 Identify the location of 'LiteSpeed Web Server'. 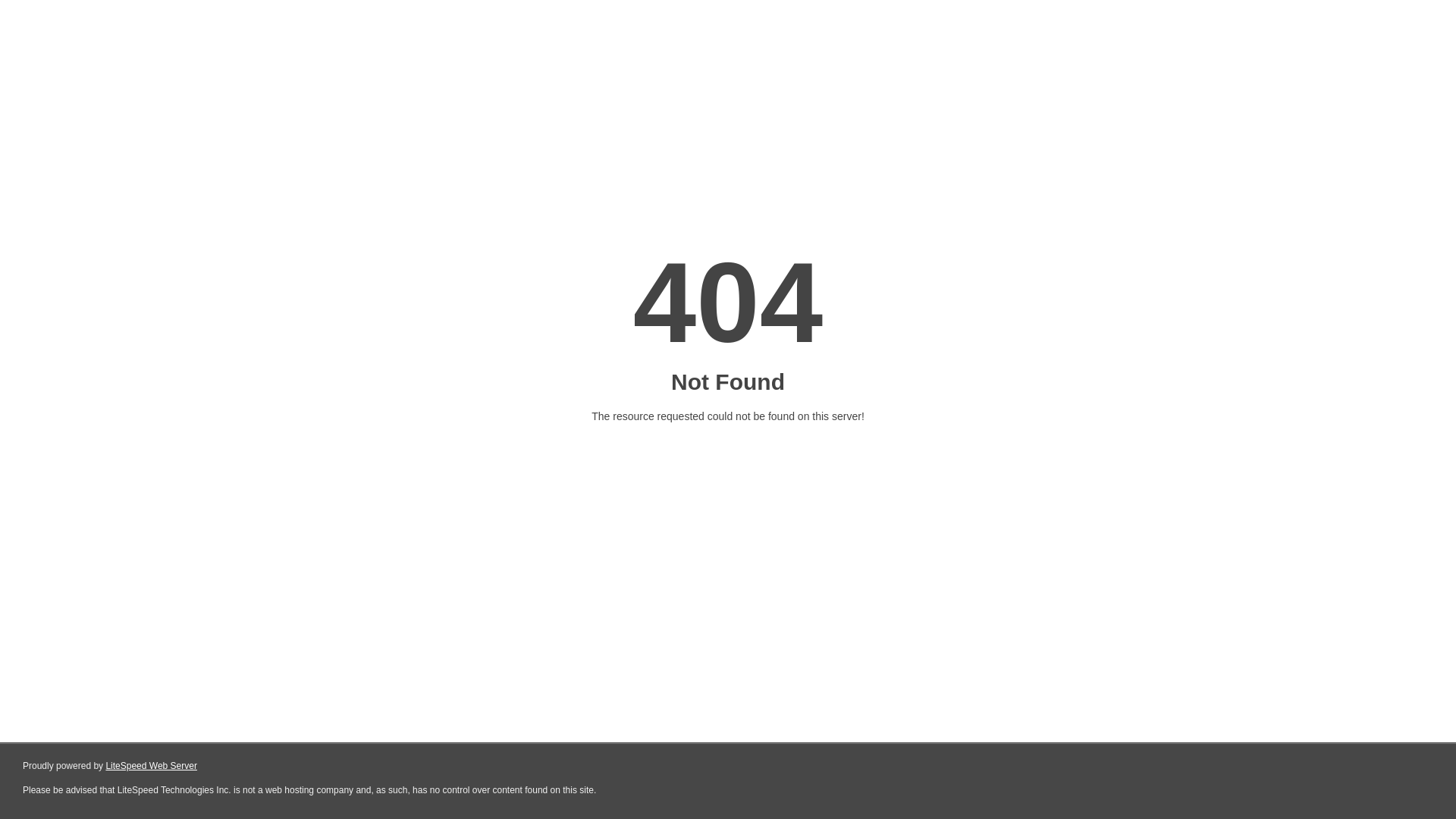
(151, 766).